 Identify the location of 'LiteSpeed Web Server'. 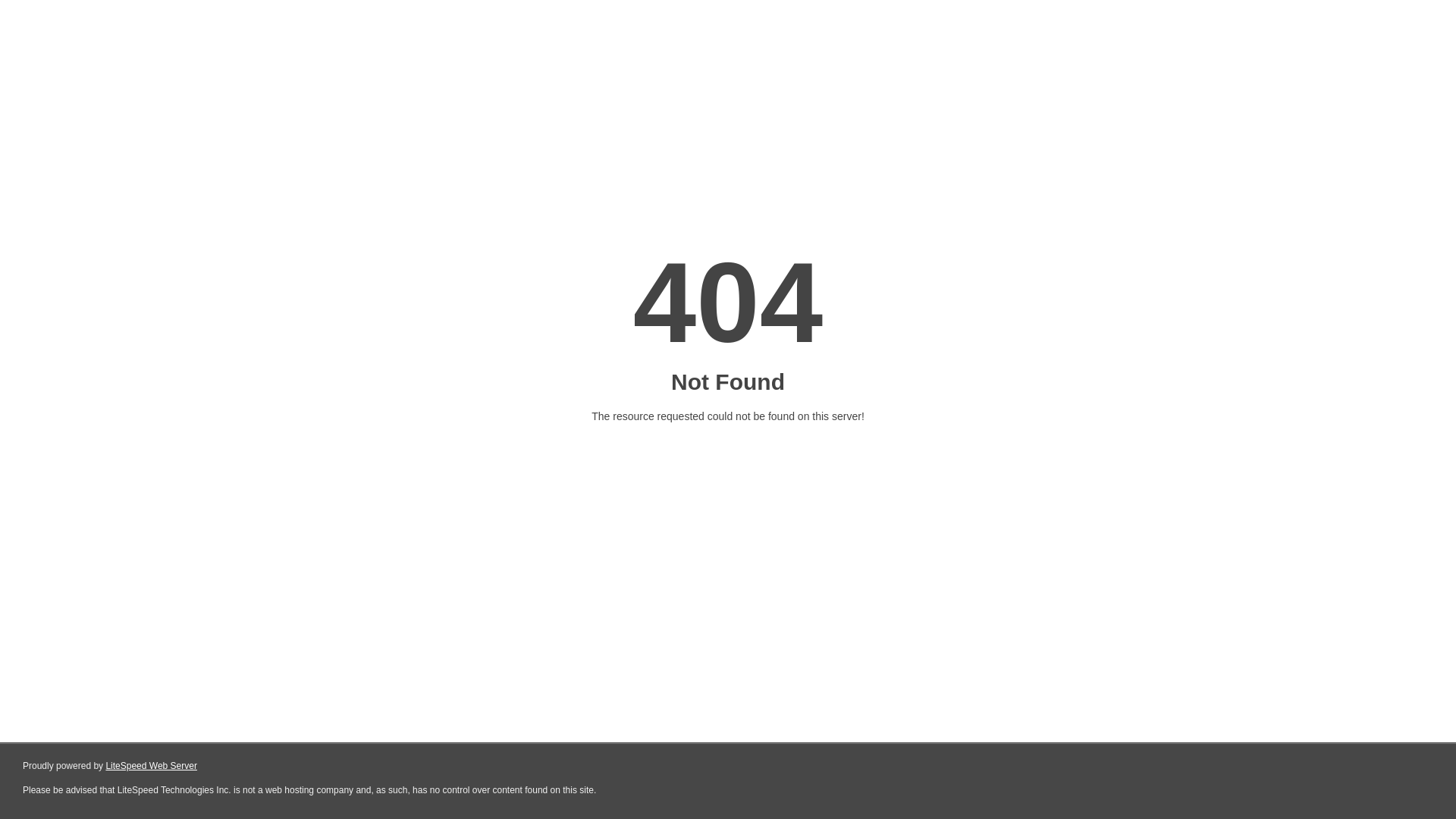
(151, 766).